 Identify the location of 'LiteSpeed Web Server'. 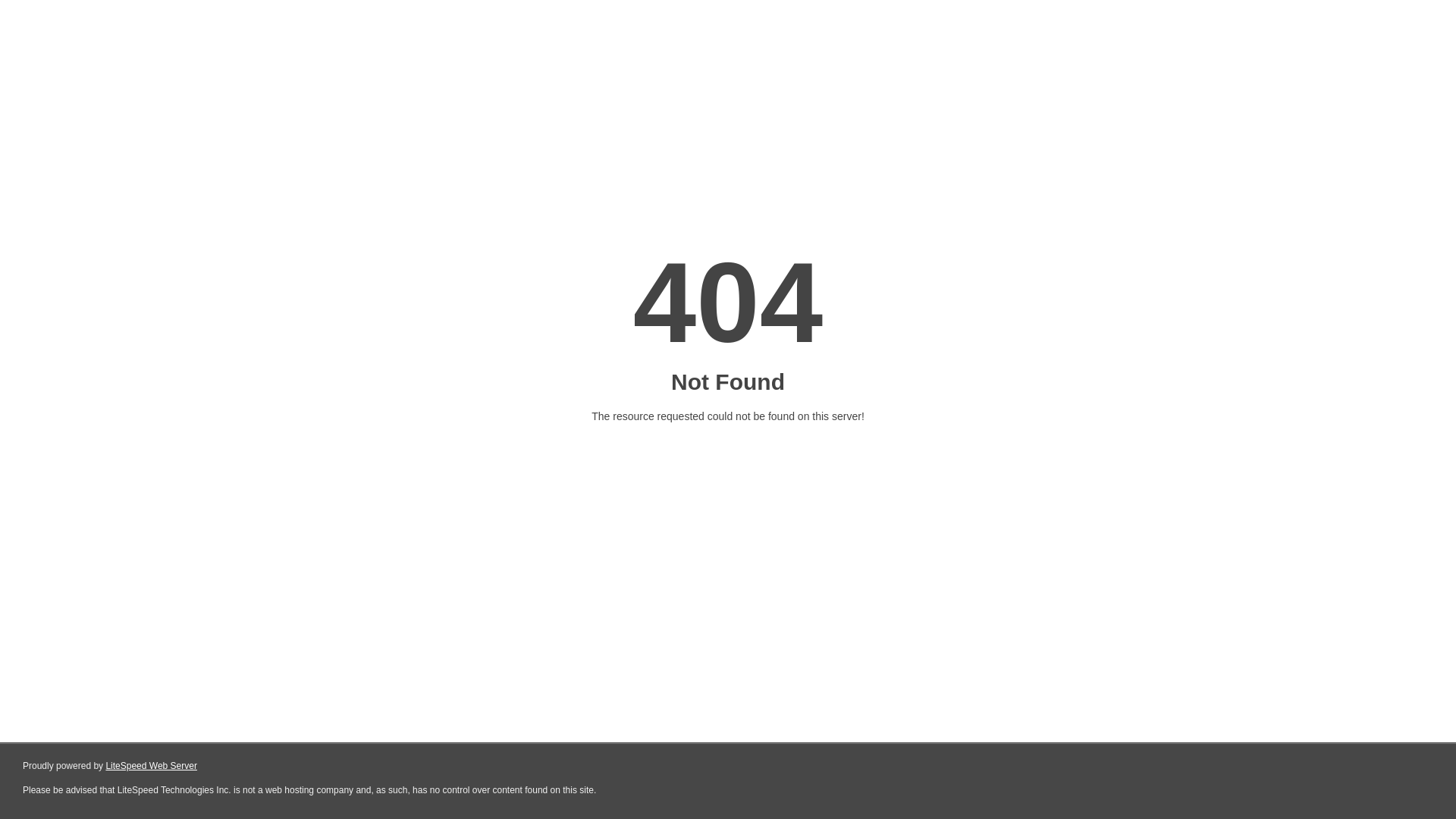
(151, 766).